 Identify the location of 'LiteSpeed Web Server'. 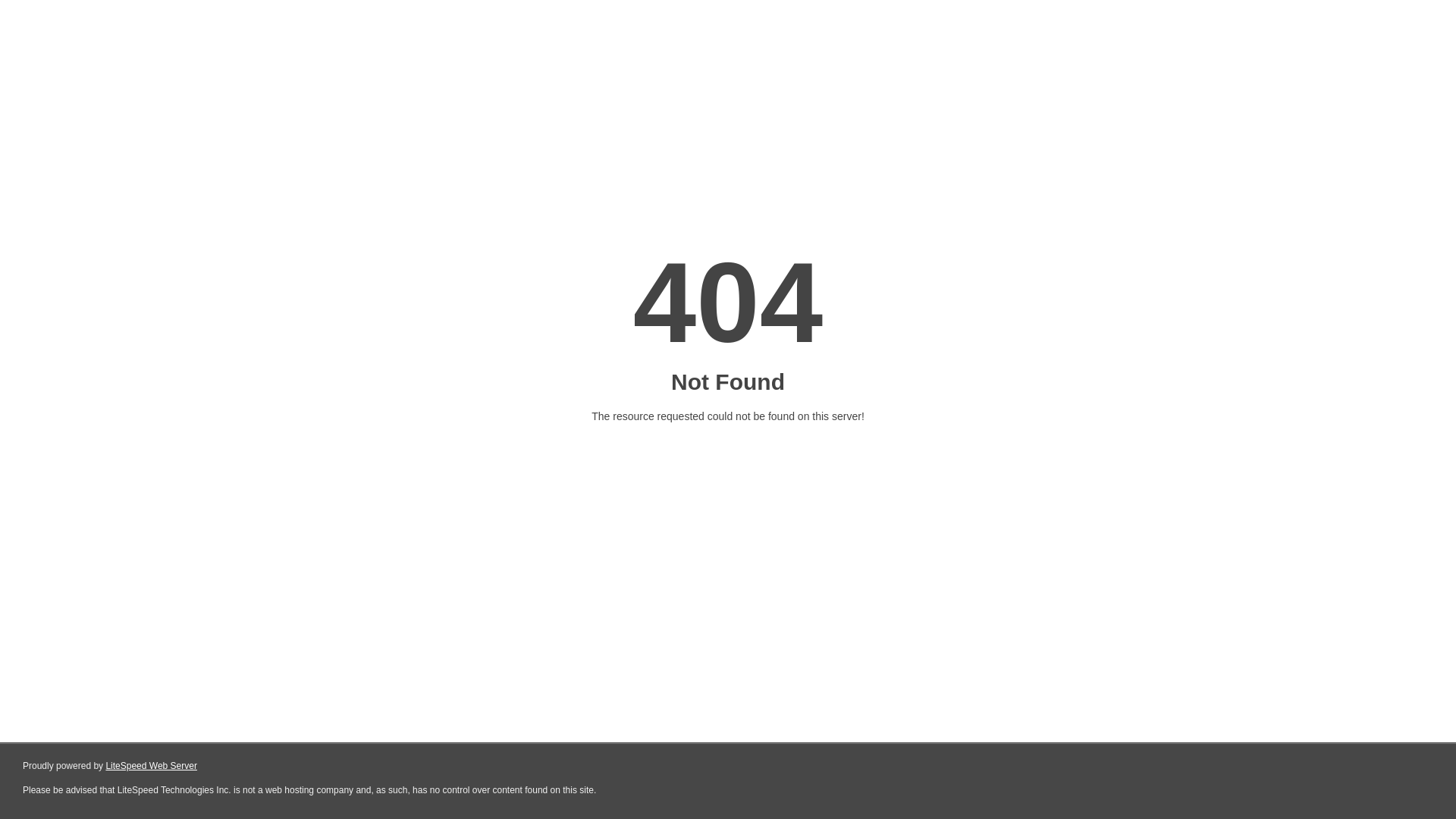
(151, 766).